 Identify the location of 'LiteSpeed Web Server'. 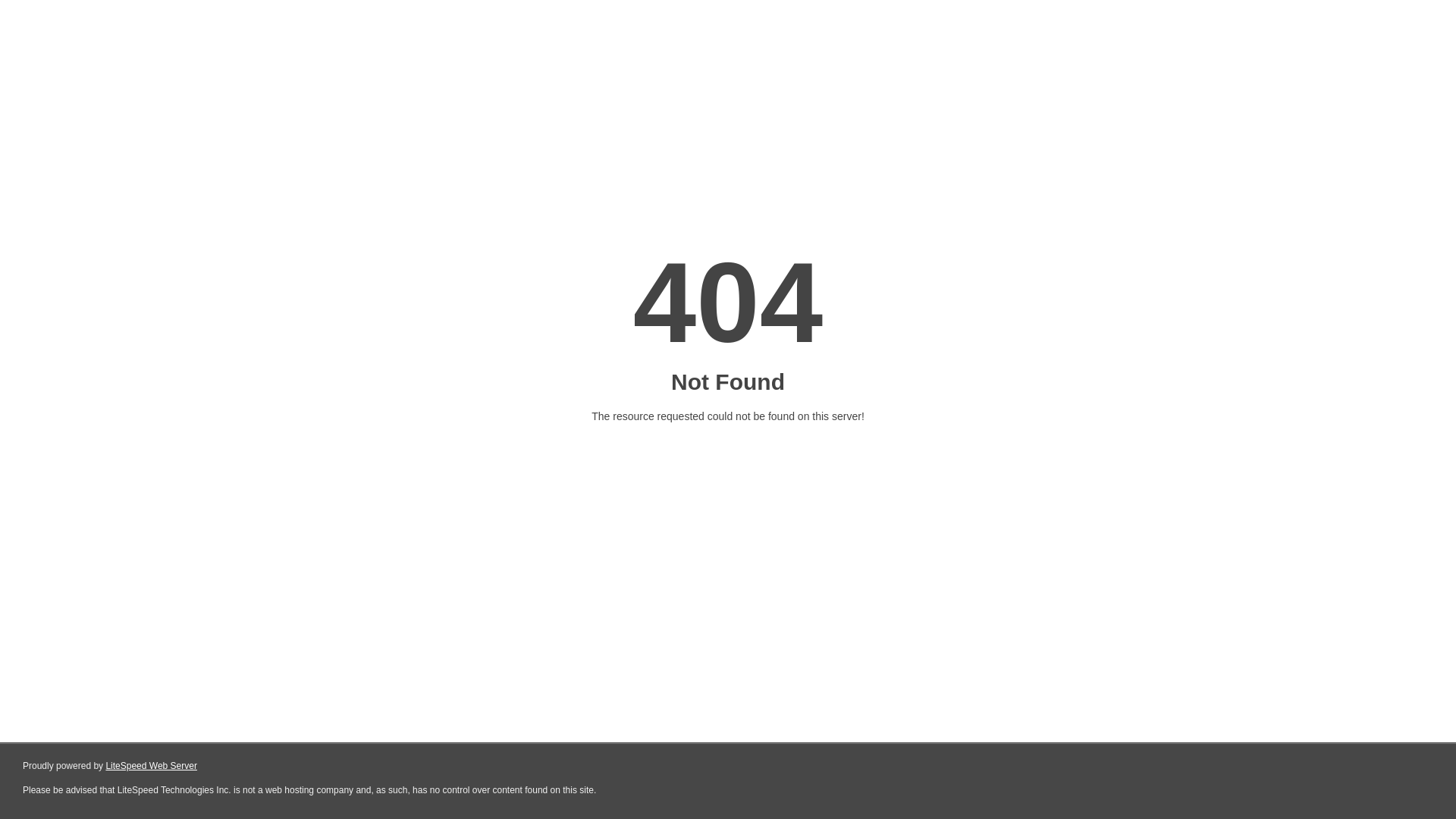
(151, 766).